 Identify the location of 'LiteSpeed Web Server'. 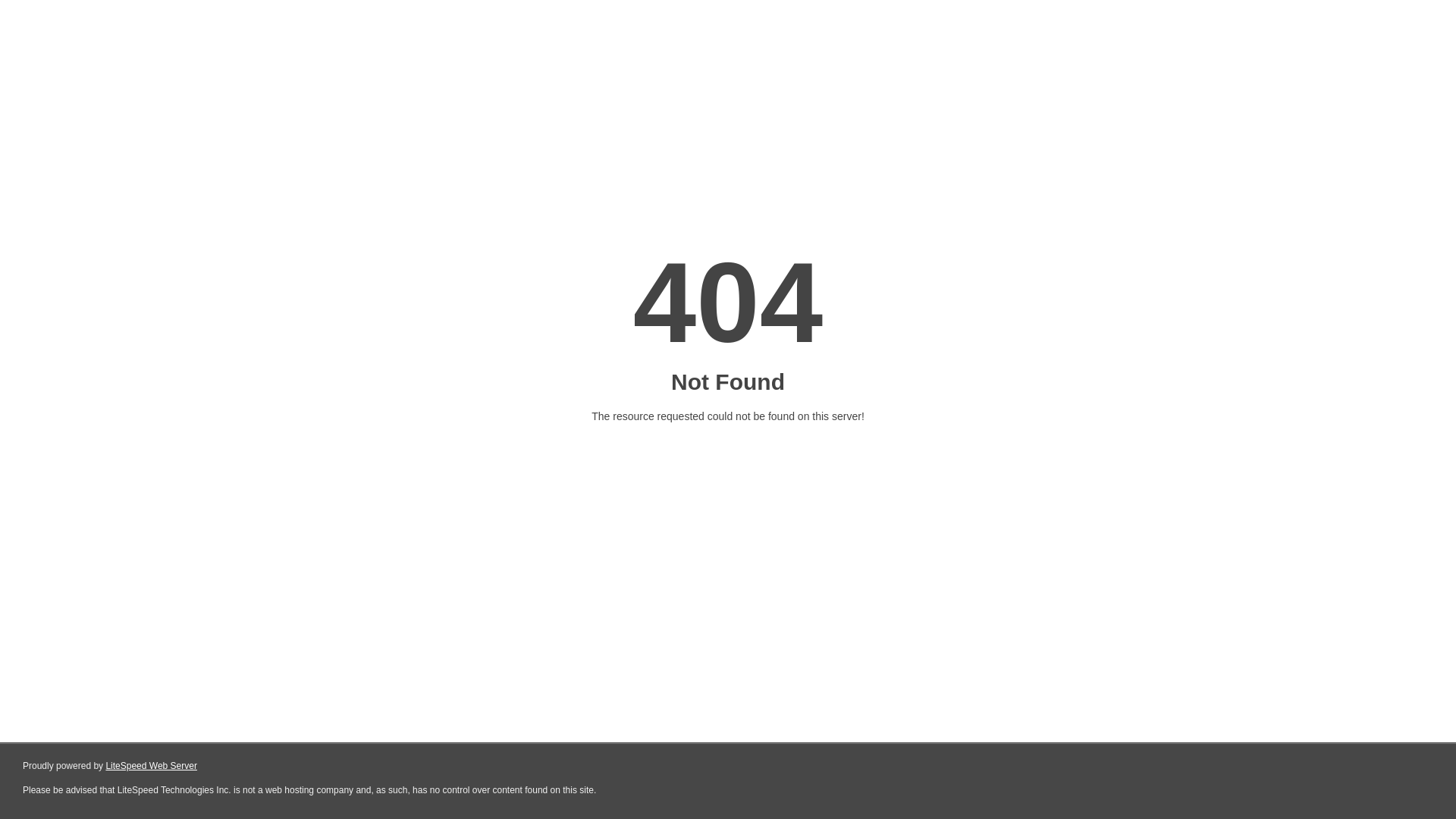
(151, 766).